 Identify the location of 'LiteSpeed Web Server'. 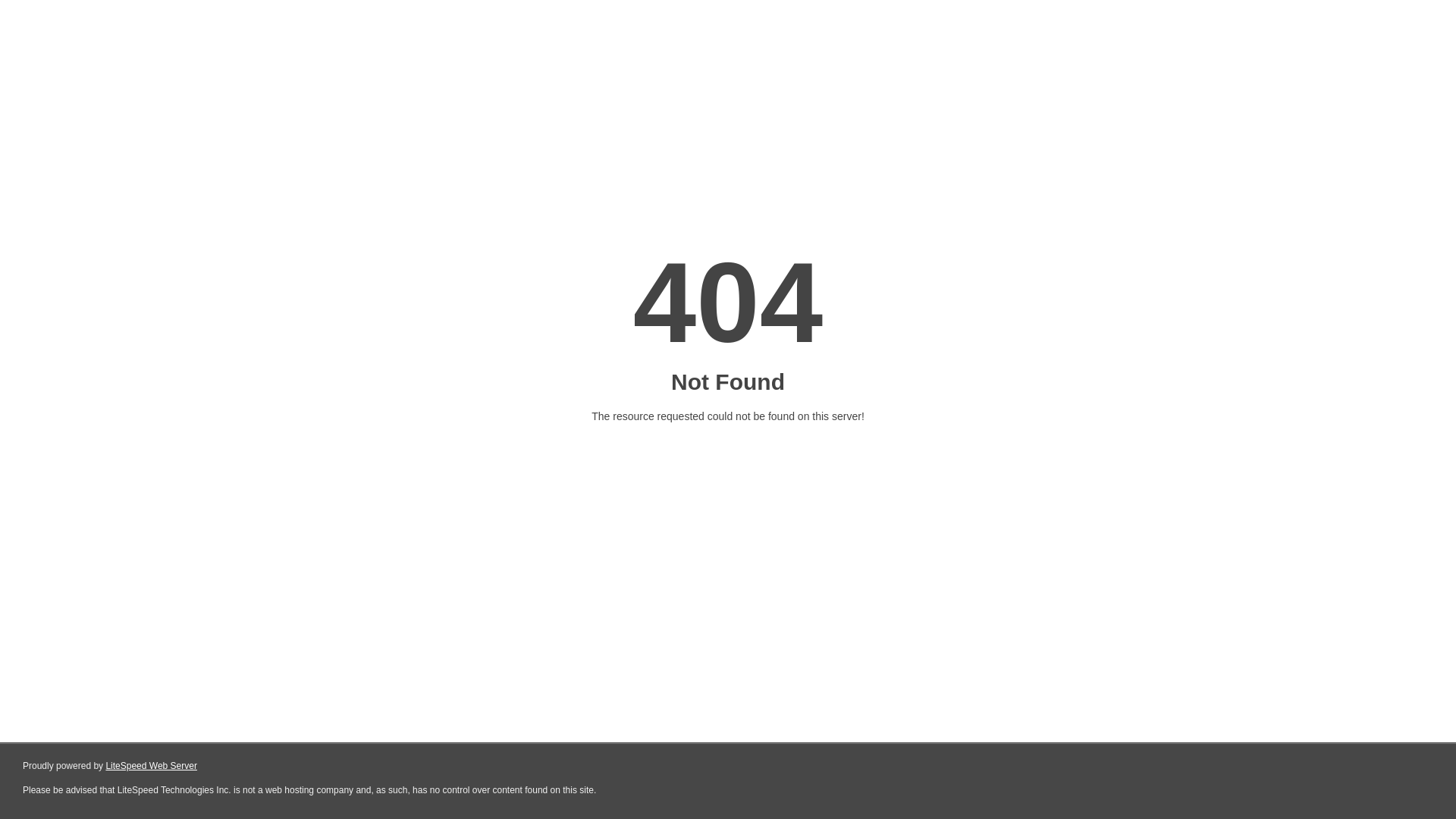
(151, 766).